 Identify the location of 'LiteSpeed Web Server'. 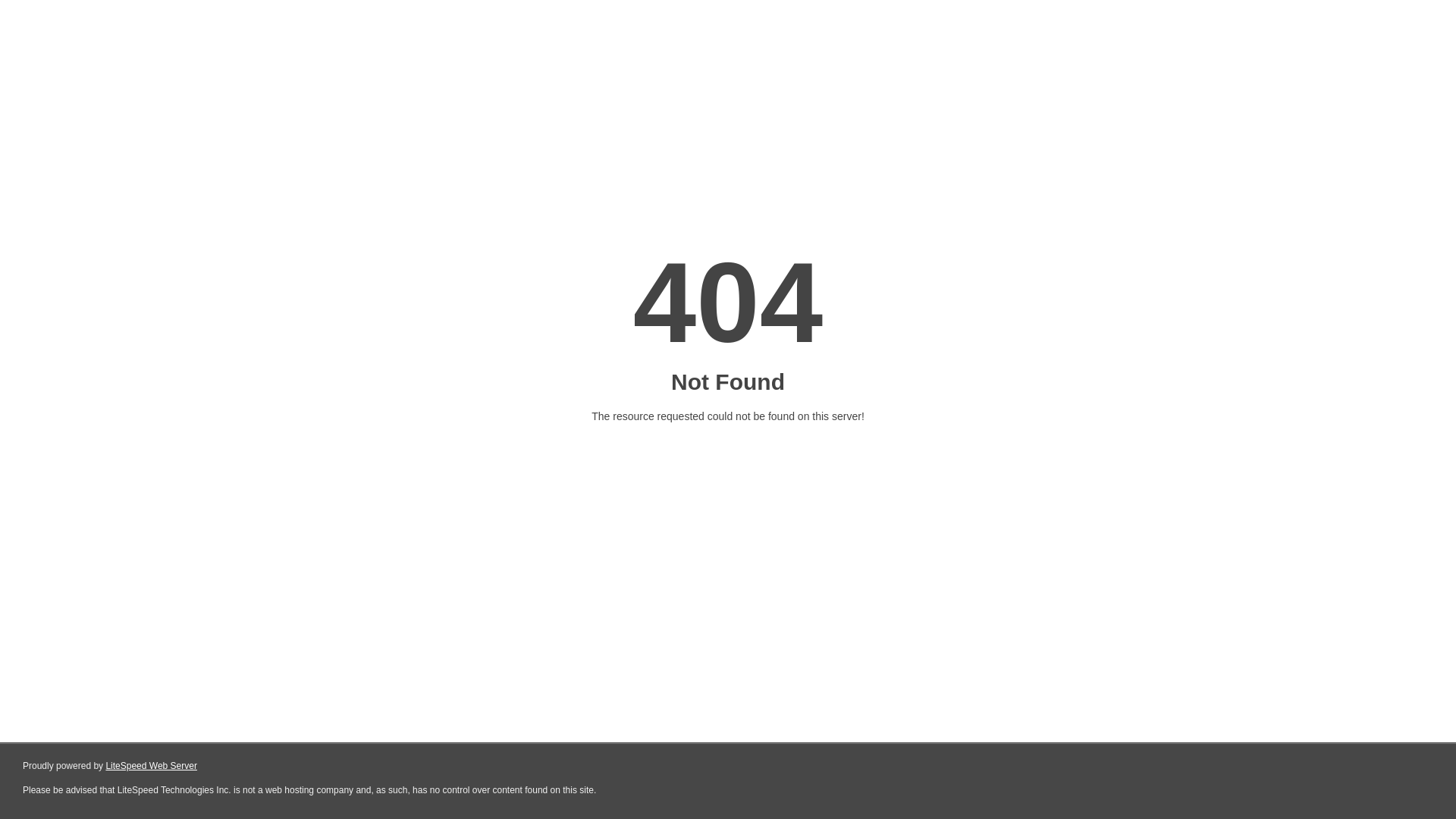
(151, 766).